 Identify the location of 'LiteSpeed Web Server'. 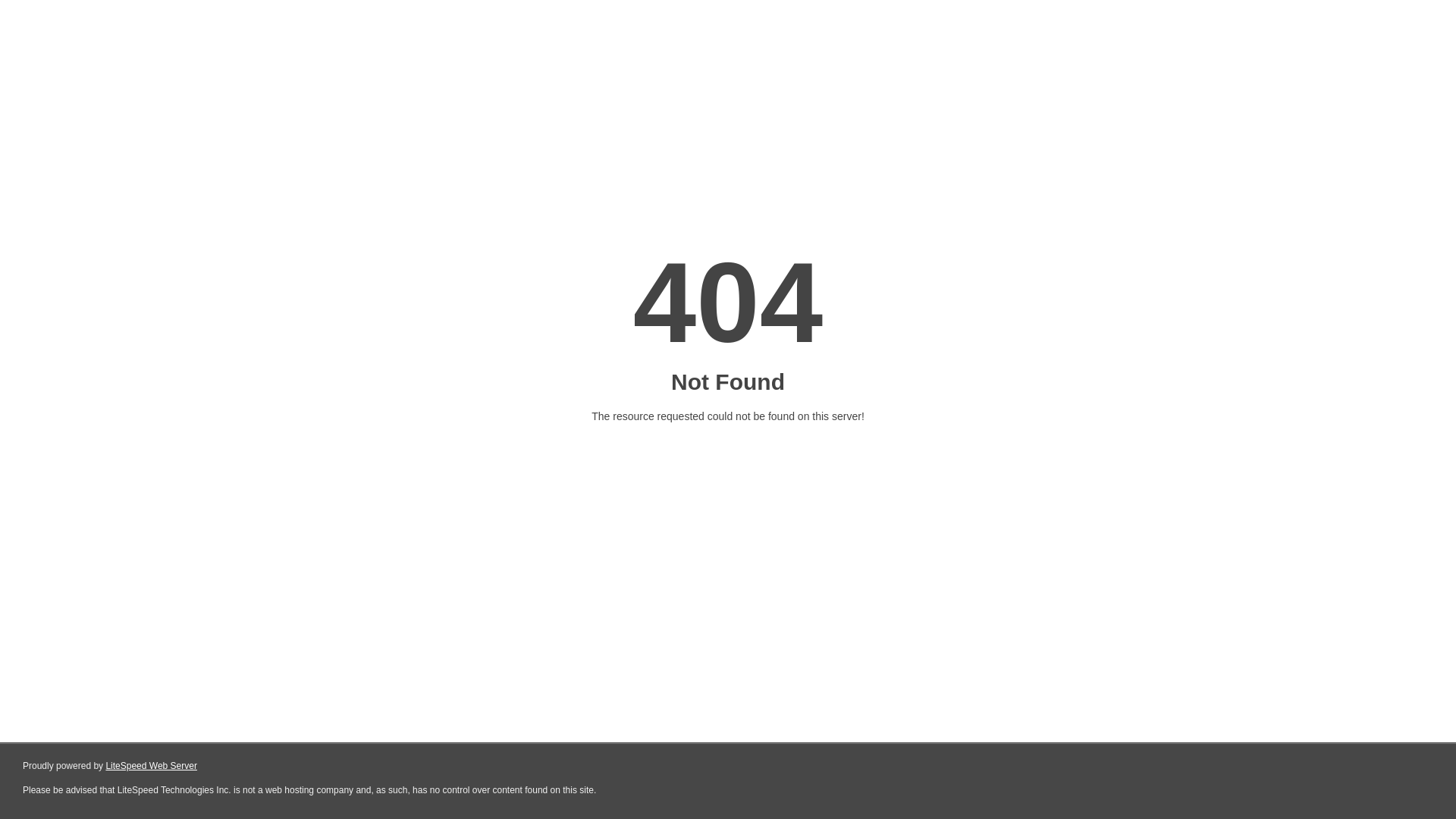
(151, 766).